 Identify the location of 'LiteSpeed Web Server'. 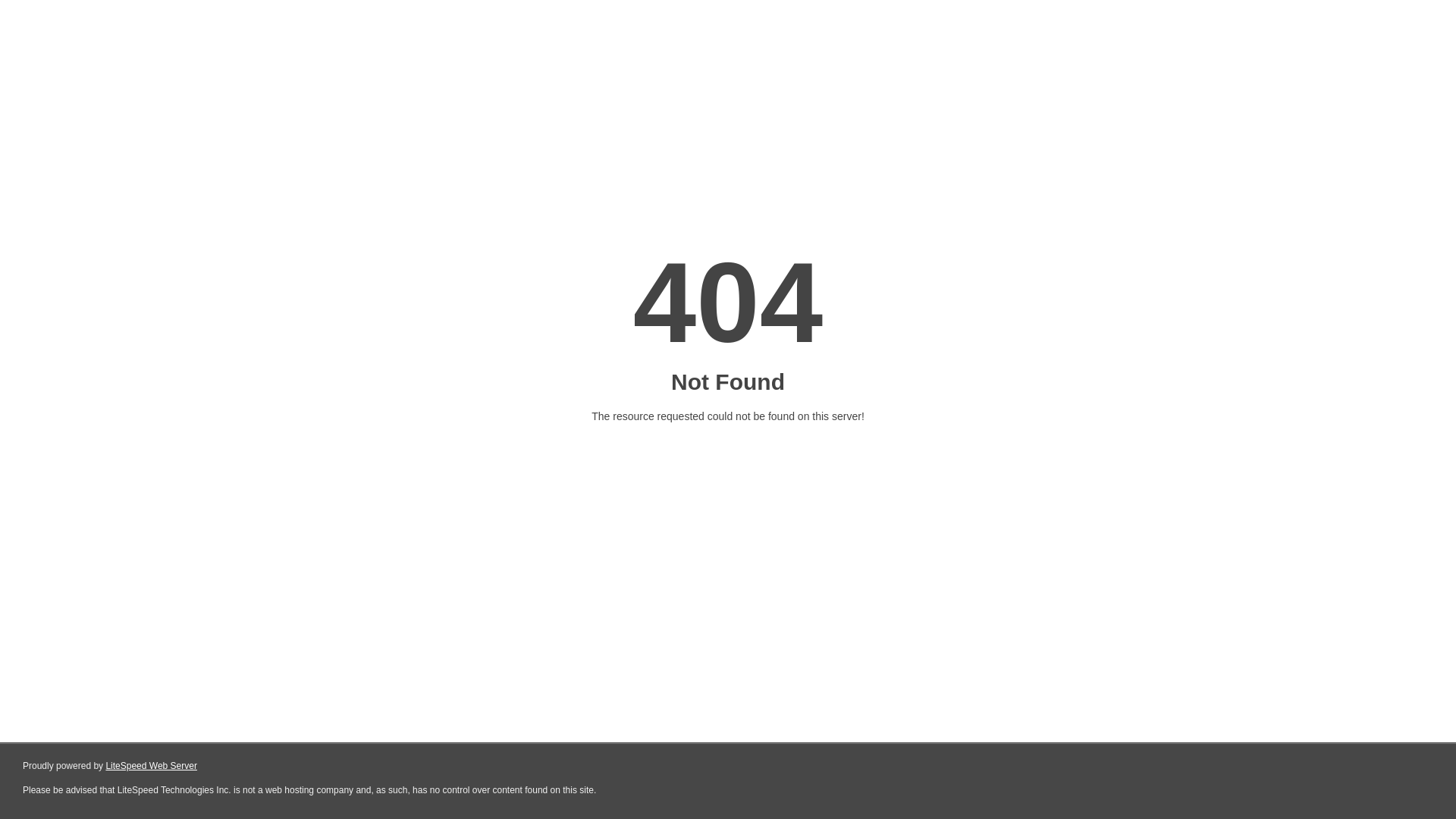
(151, 766).